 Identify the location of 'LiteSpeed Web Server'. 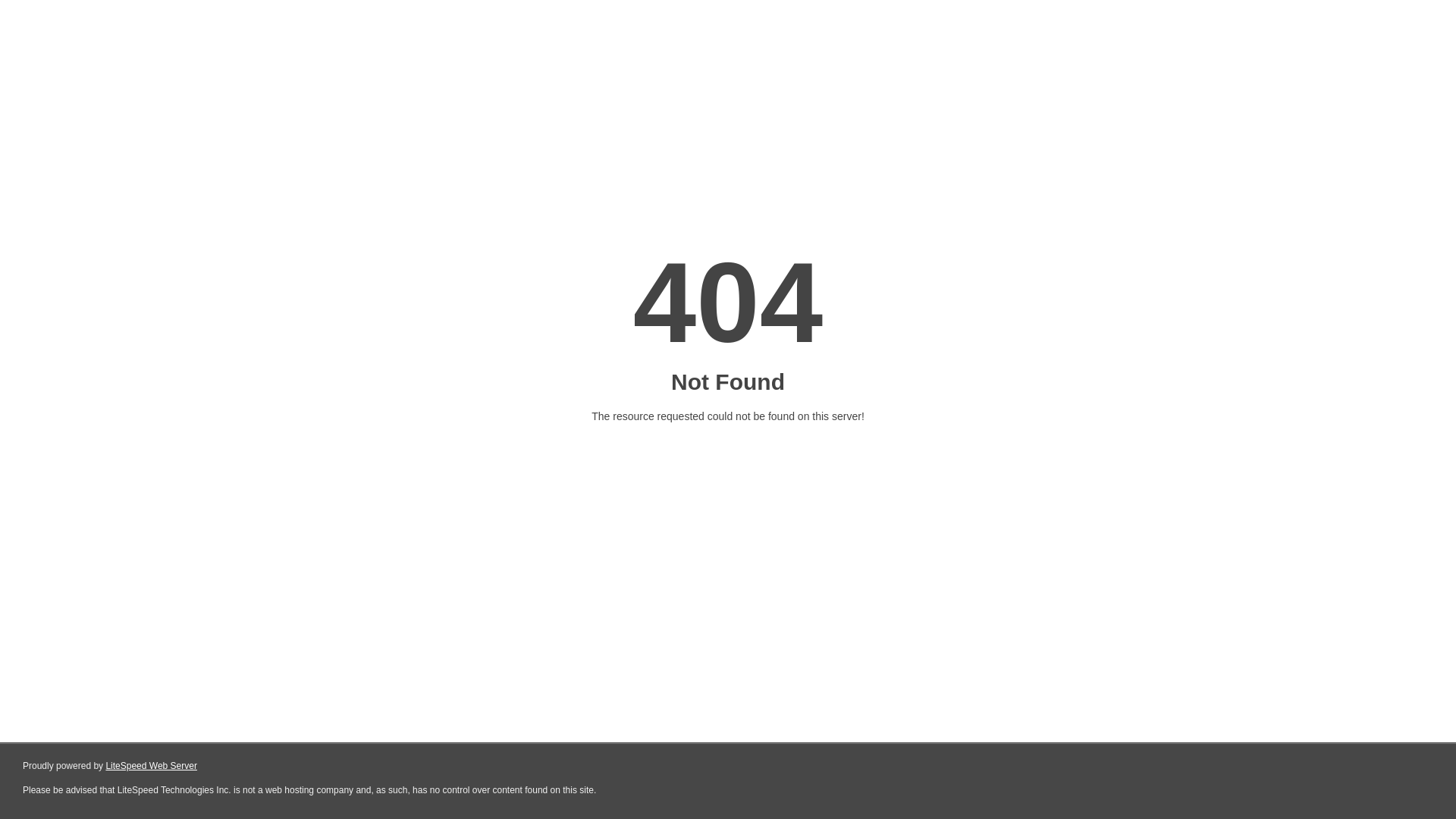
(151, 766).